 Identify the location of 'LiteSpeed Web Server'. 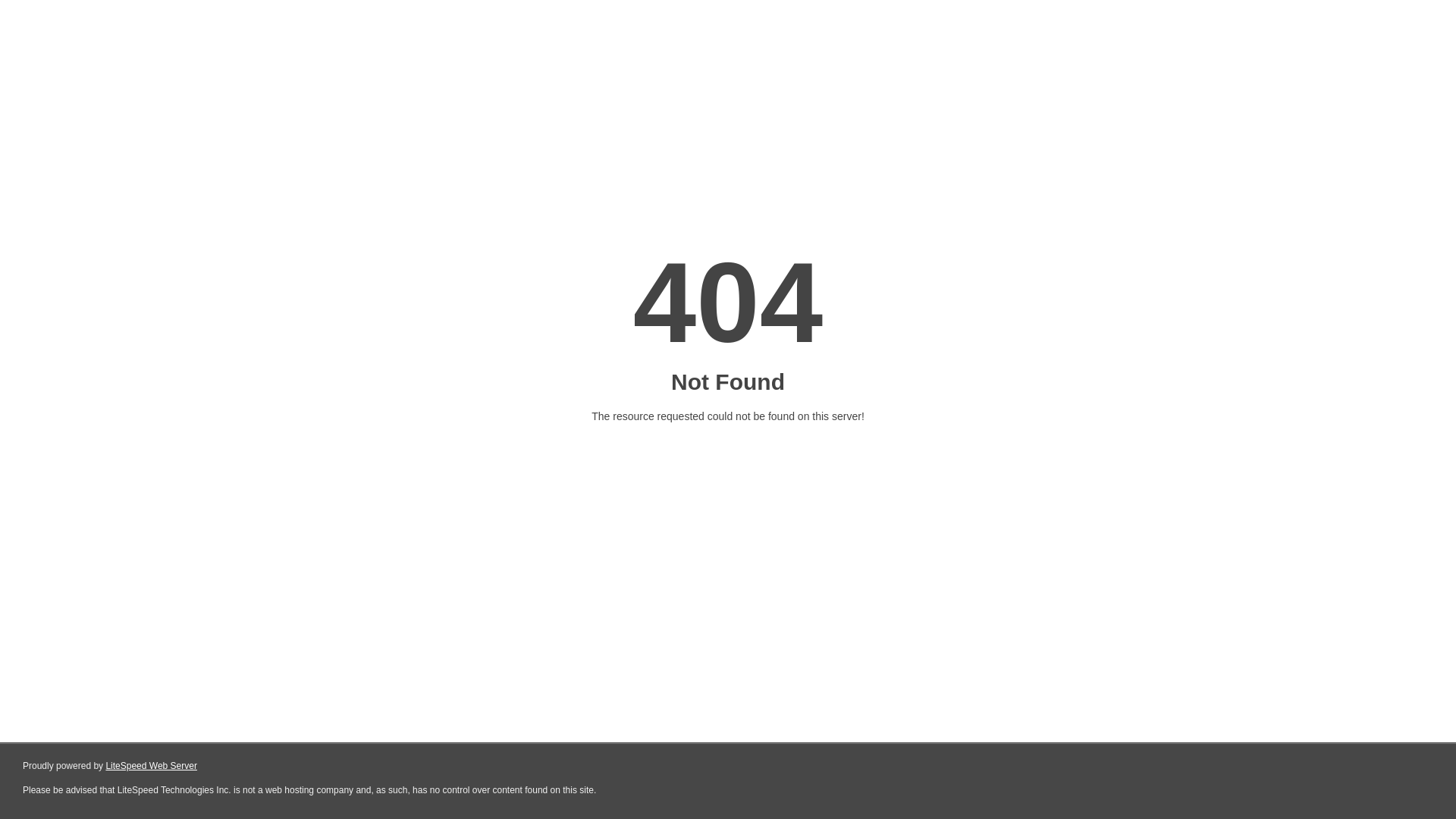
(151, 766).